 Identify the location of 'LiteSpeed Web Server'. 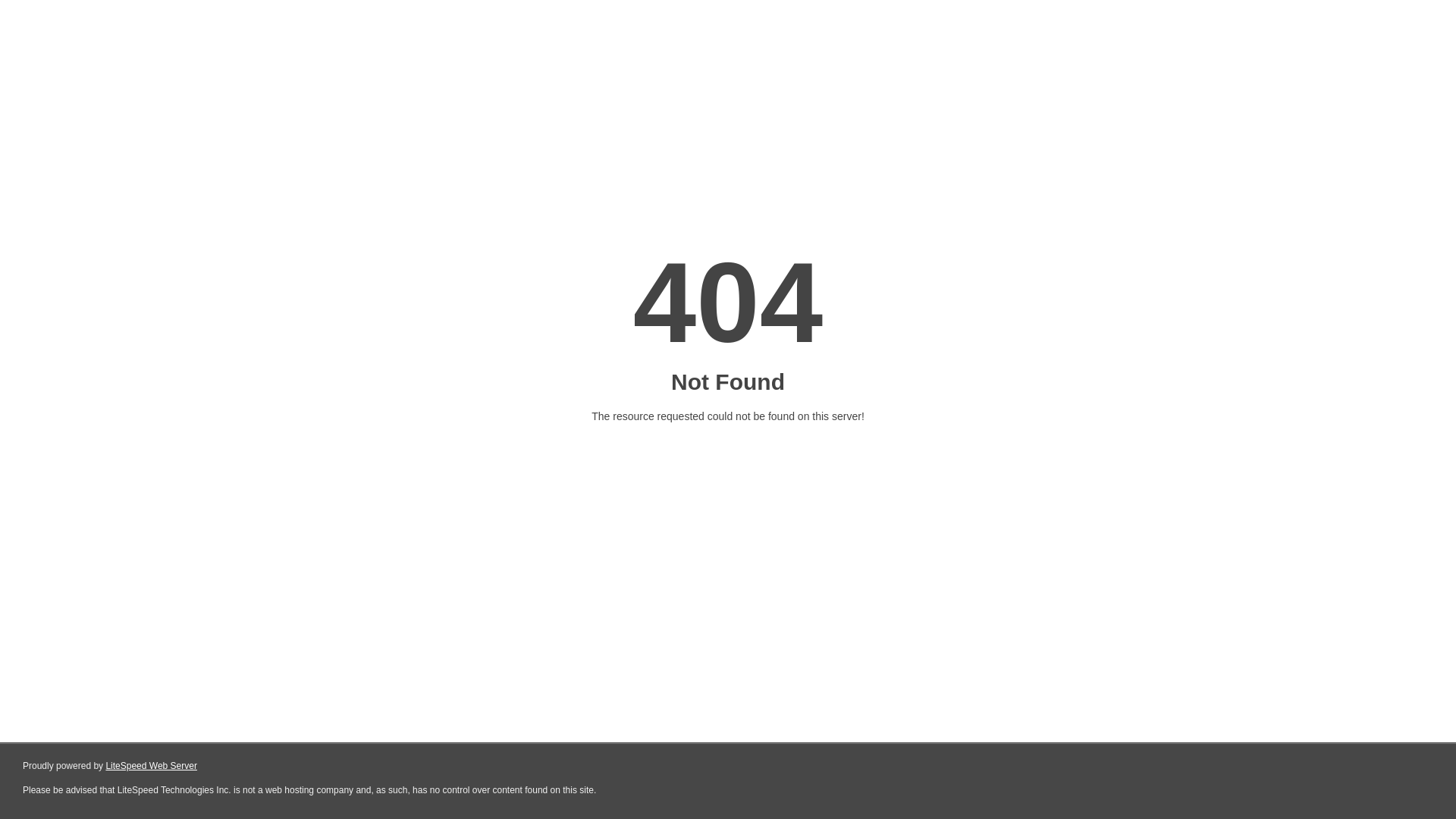
(151, 766).